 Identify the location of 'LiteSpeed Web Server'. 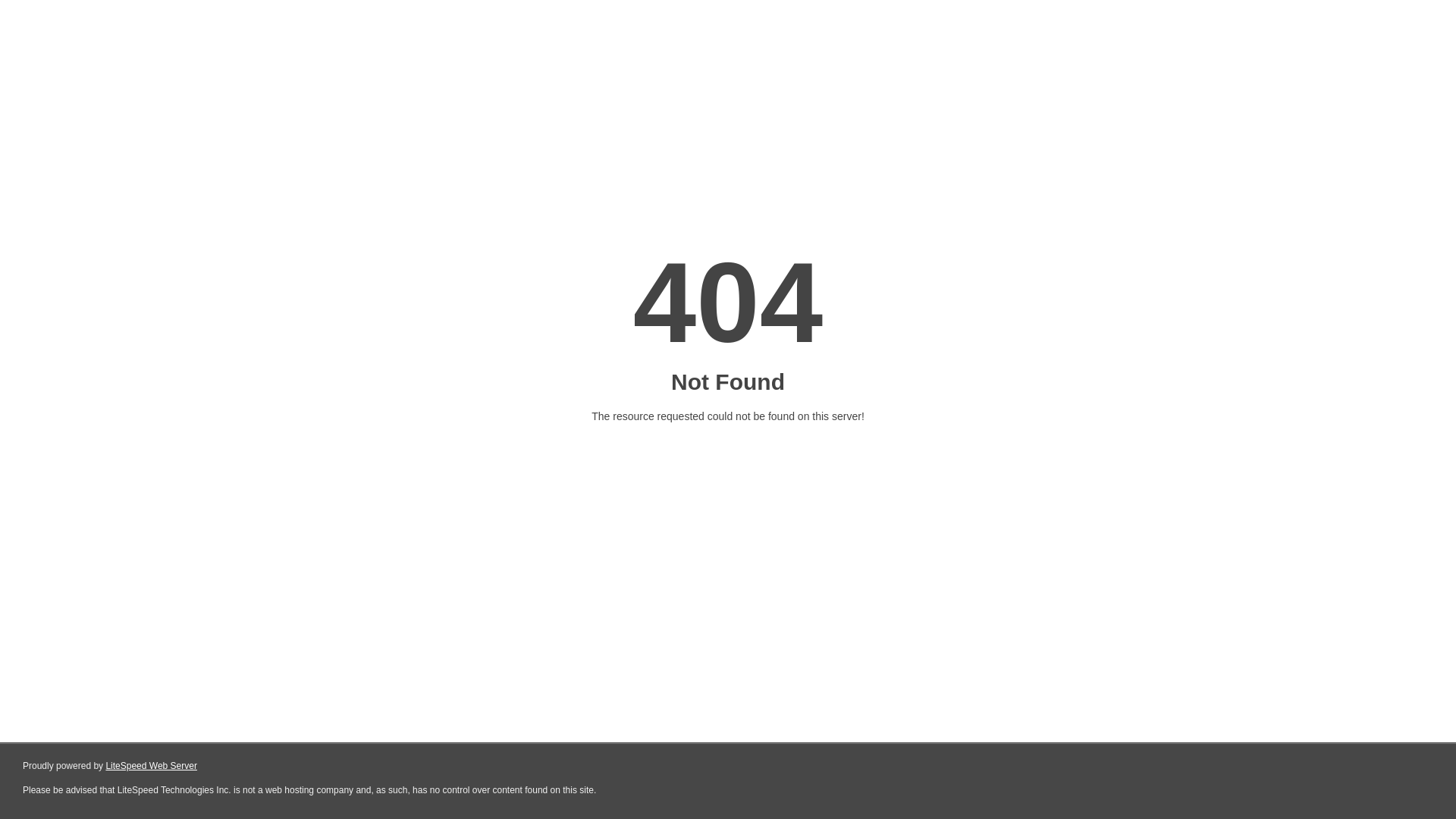
(151, 766).